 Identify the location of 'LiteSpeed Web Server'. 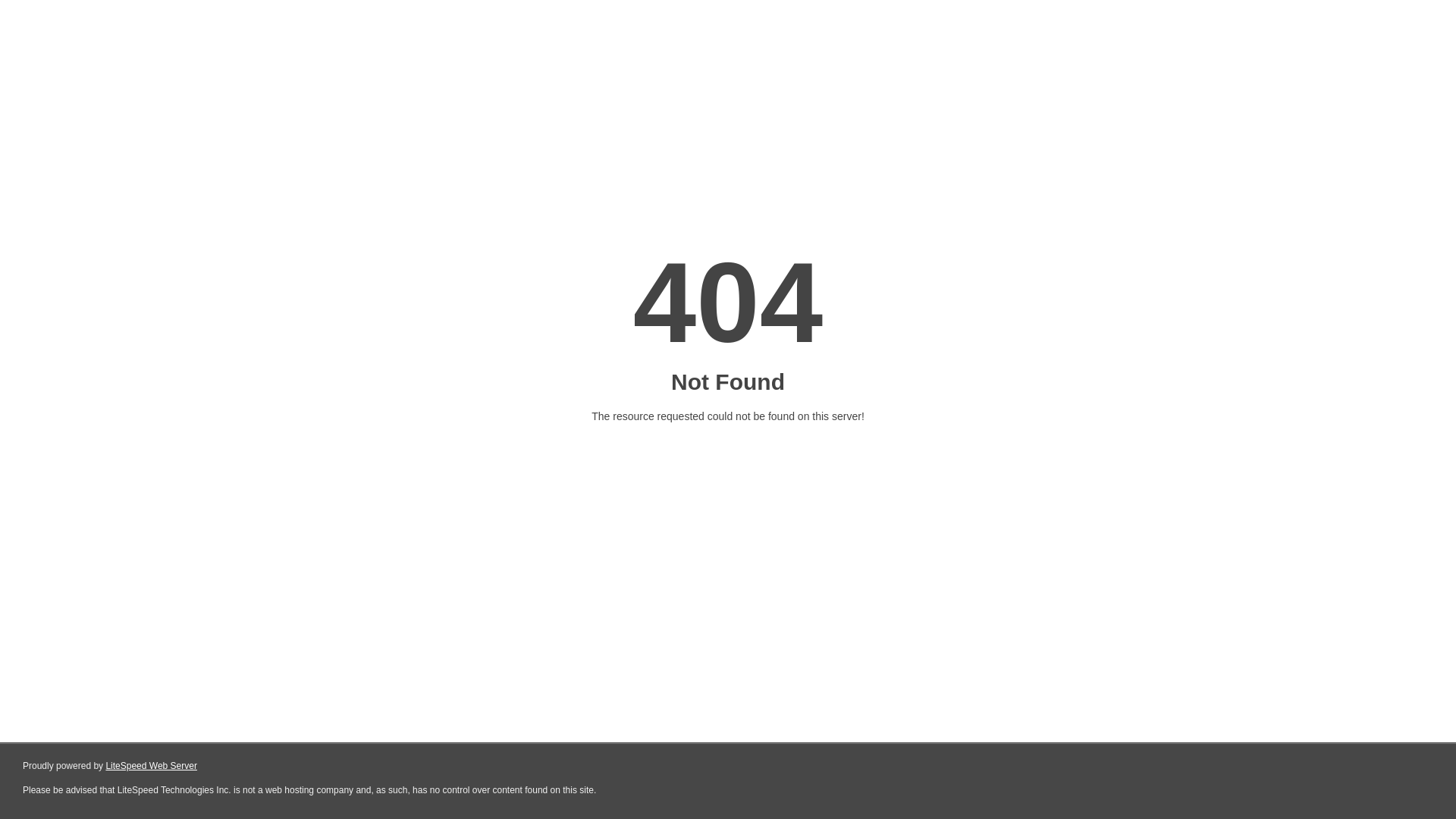
(151, 766).